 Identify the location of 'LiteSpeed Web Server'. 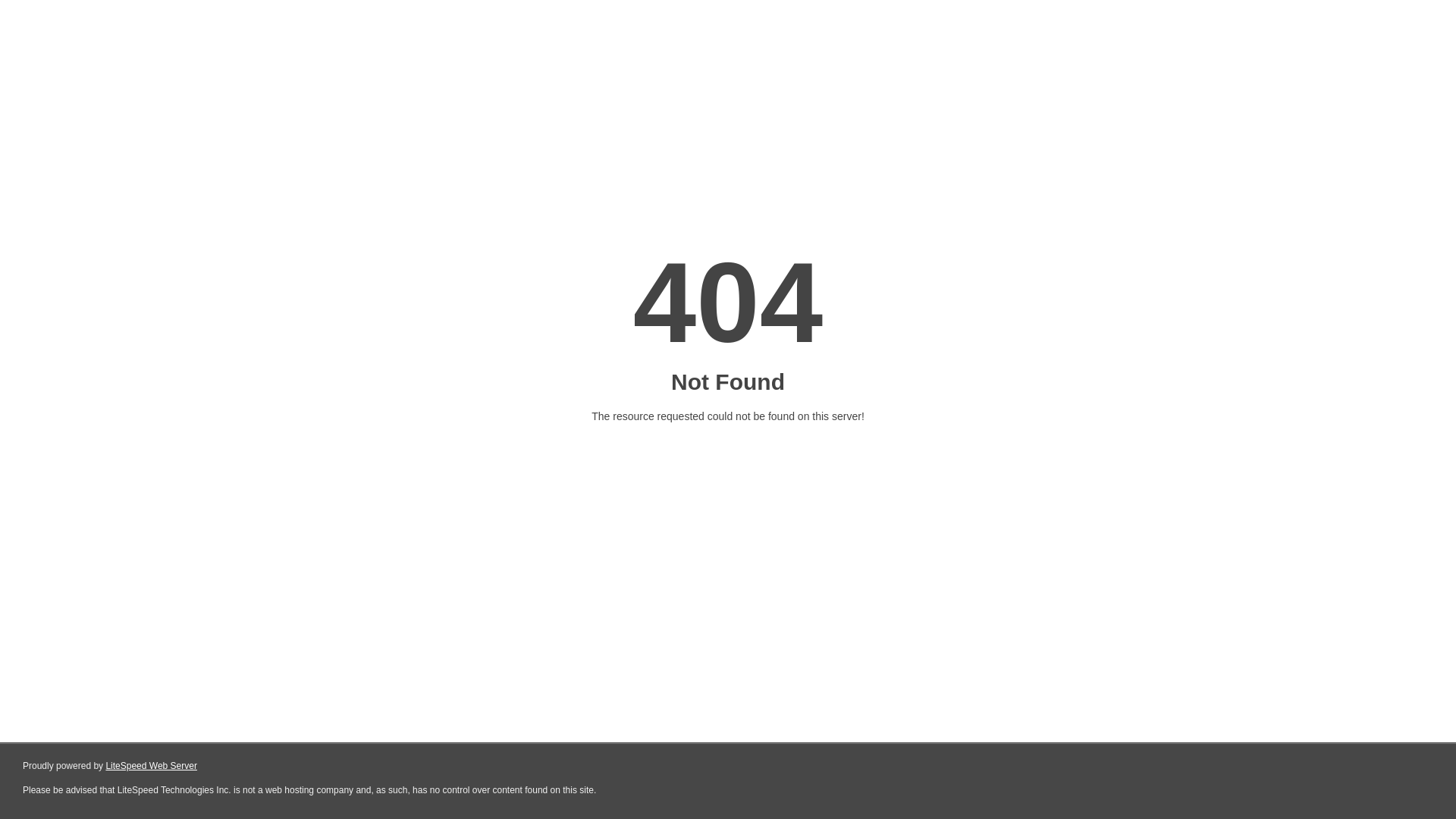
(151, 766).